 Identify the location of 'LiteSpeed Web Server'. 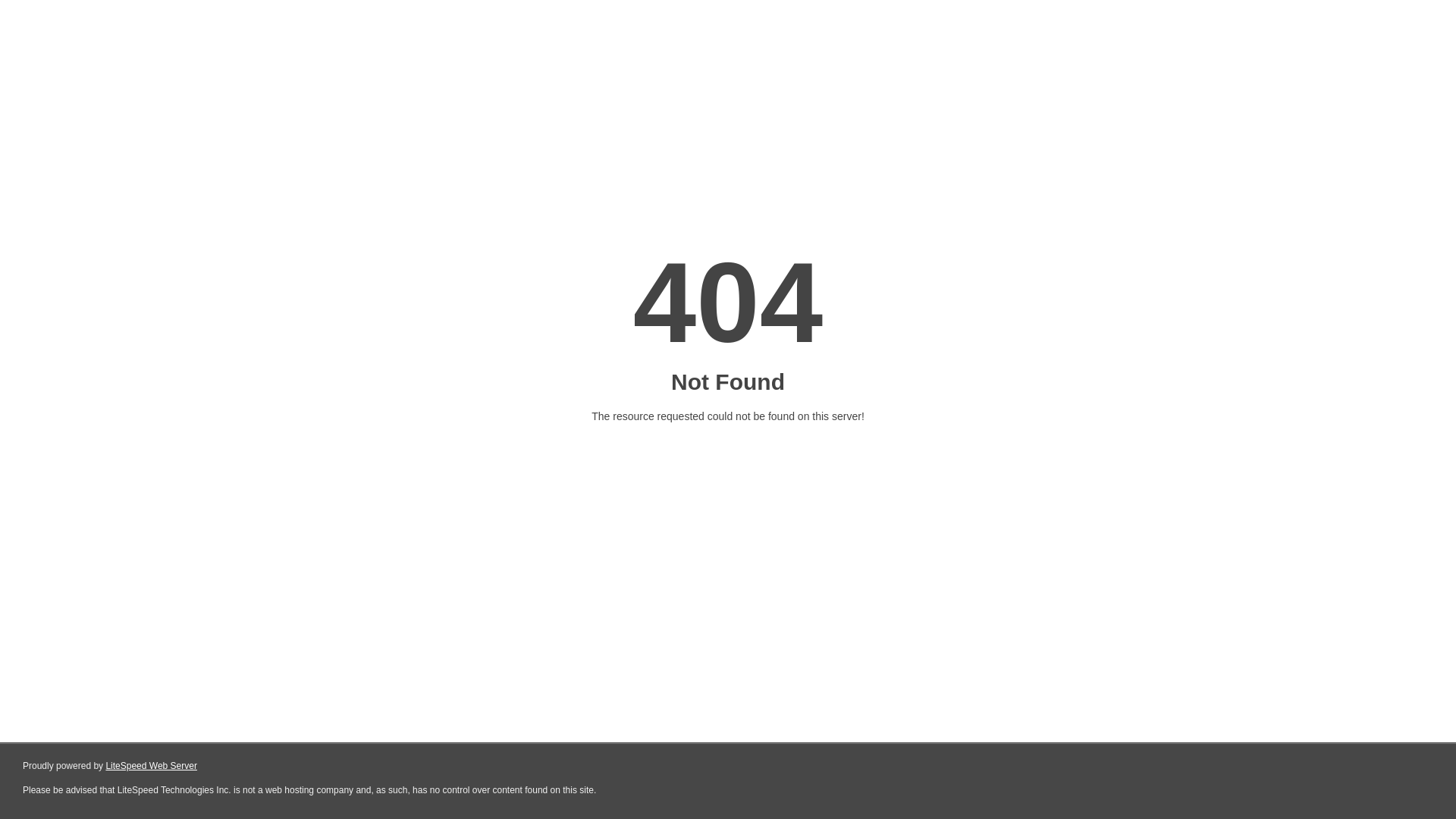
(151, 766).